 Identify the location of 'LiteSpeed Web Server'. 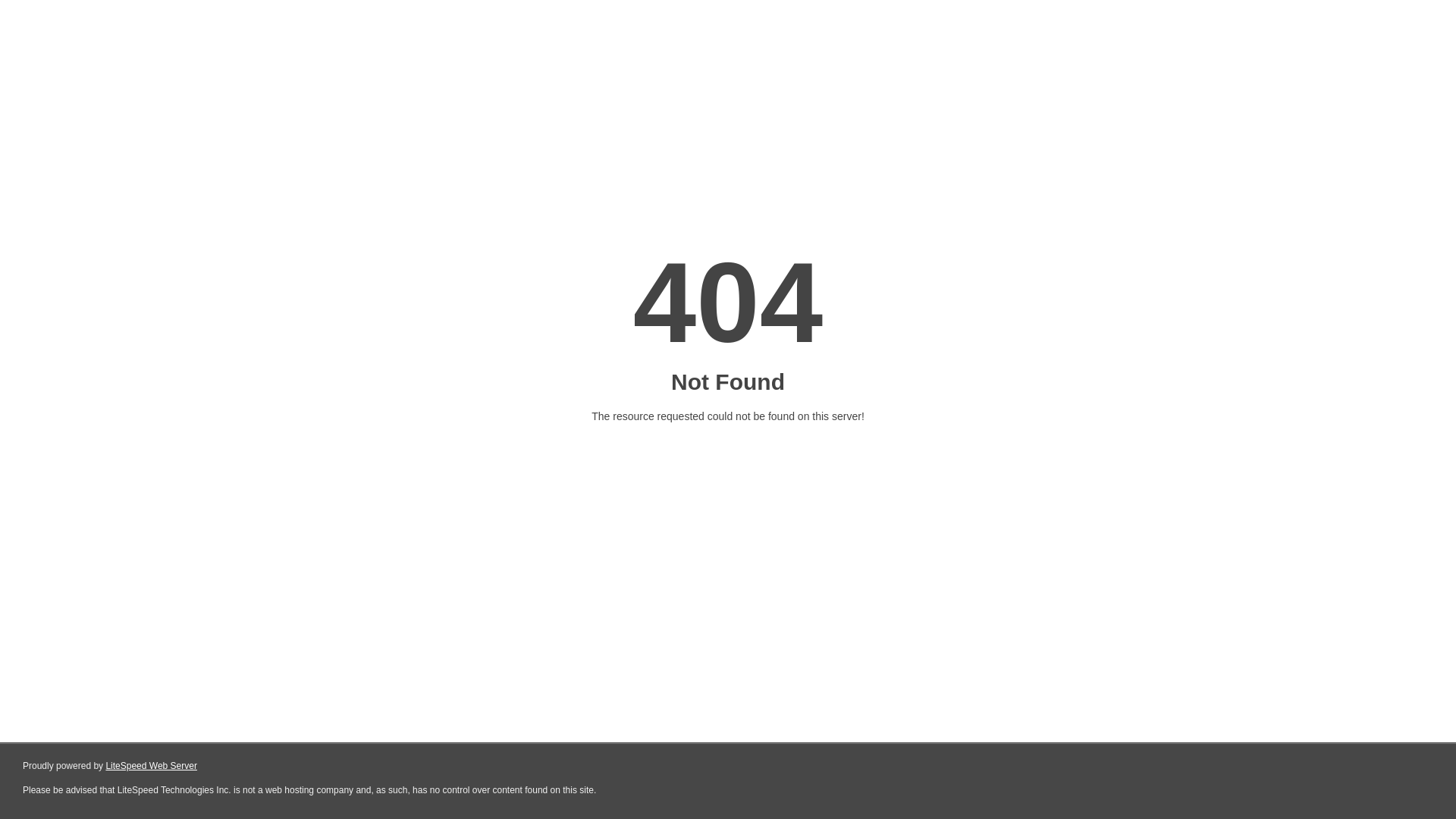
(151, 766).